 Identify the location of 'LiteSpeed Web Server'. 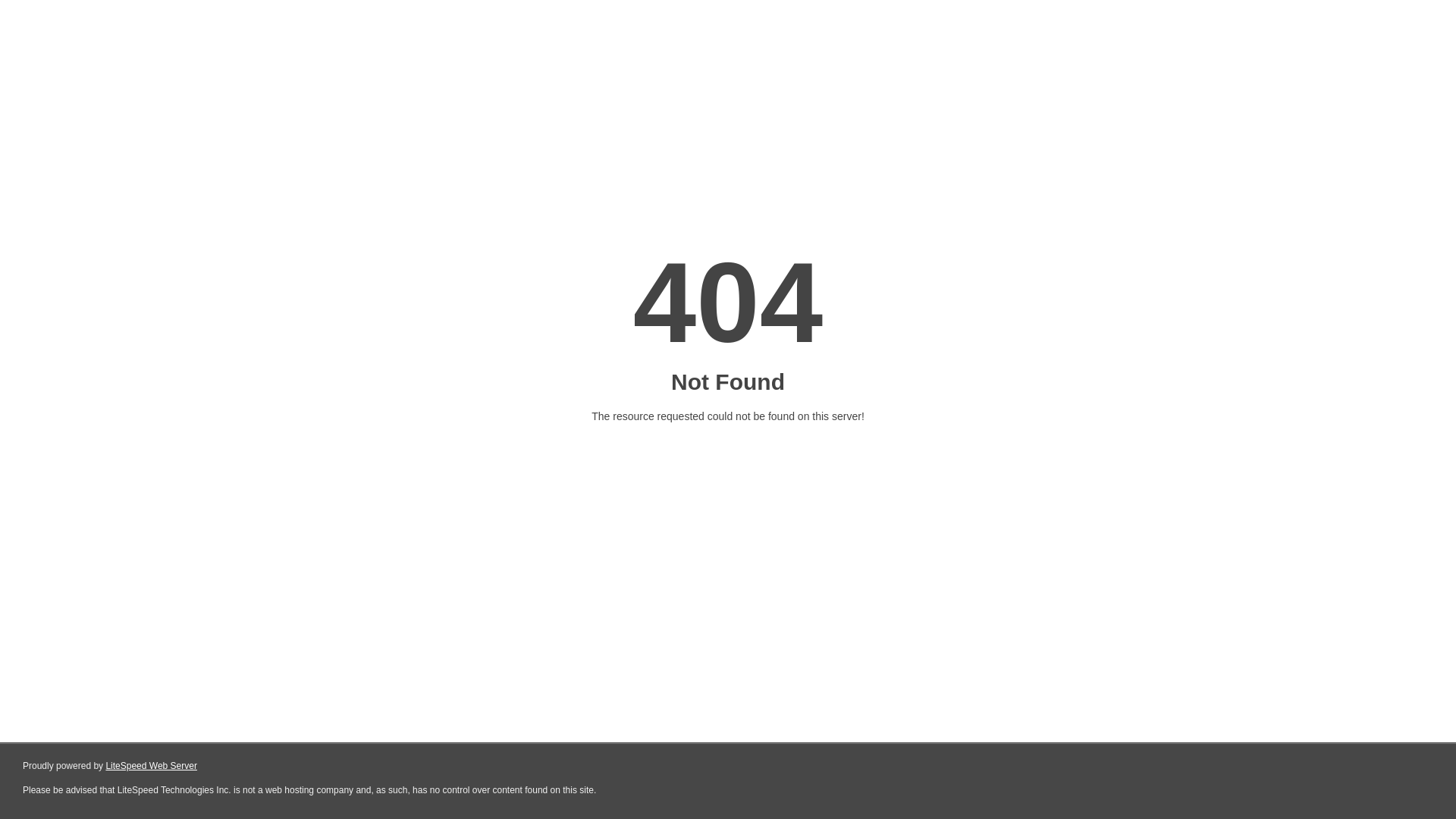
(151, 766).